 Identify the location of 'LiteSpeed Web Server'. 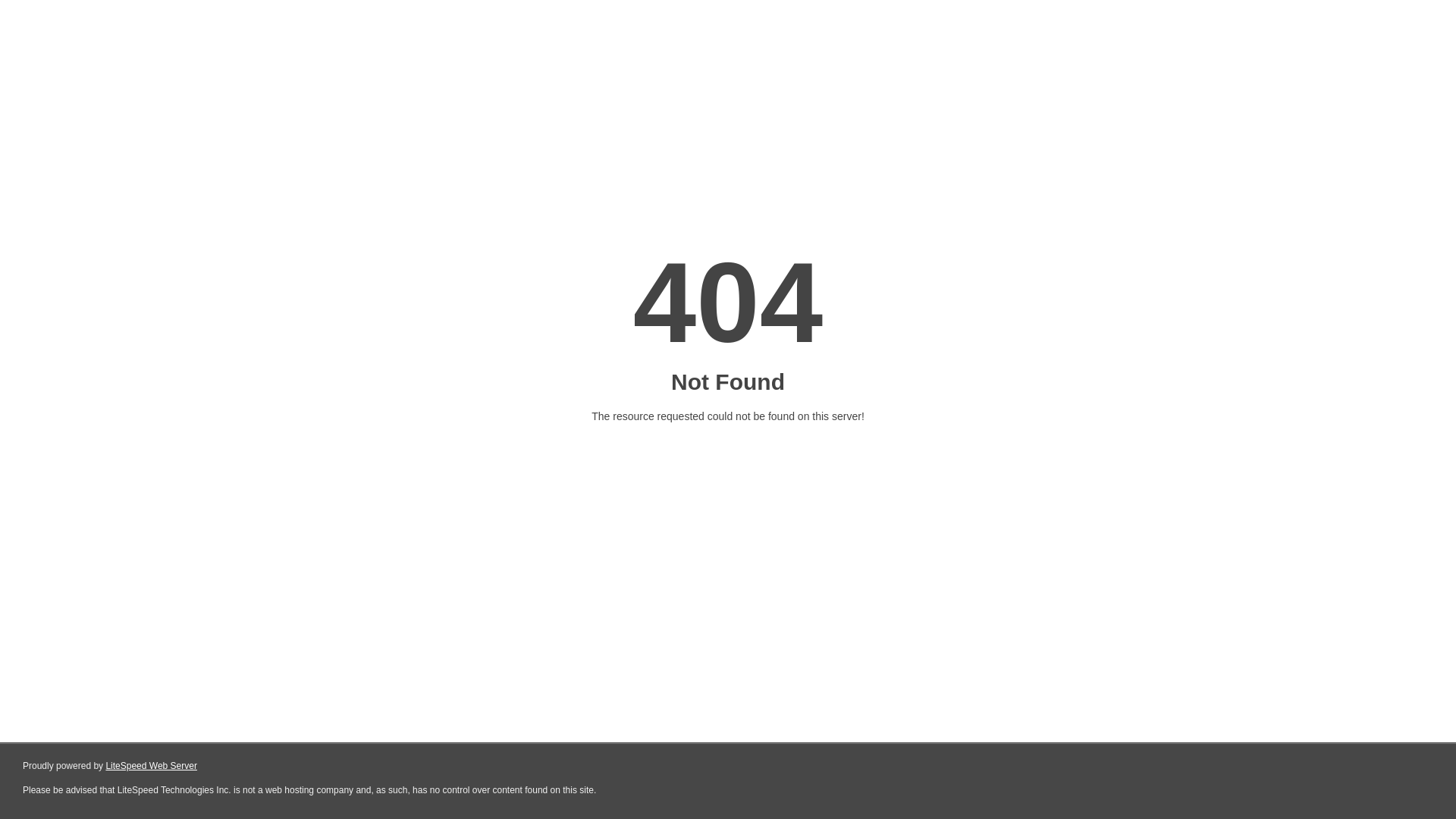
(151, 766).